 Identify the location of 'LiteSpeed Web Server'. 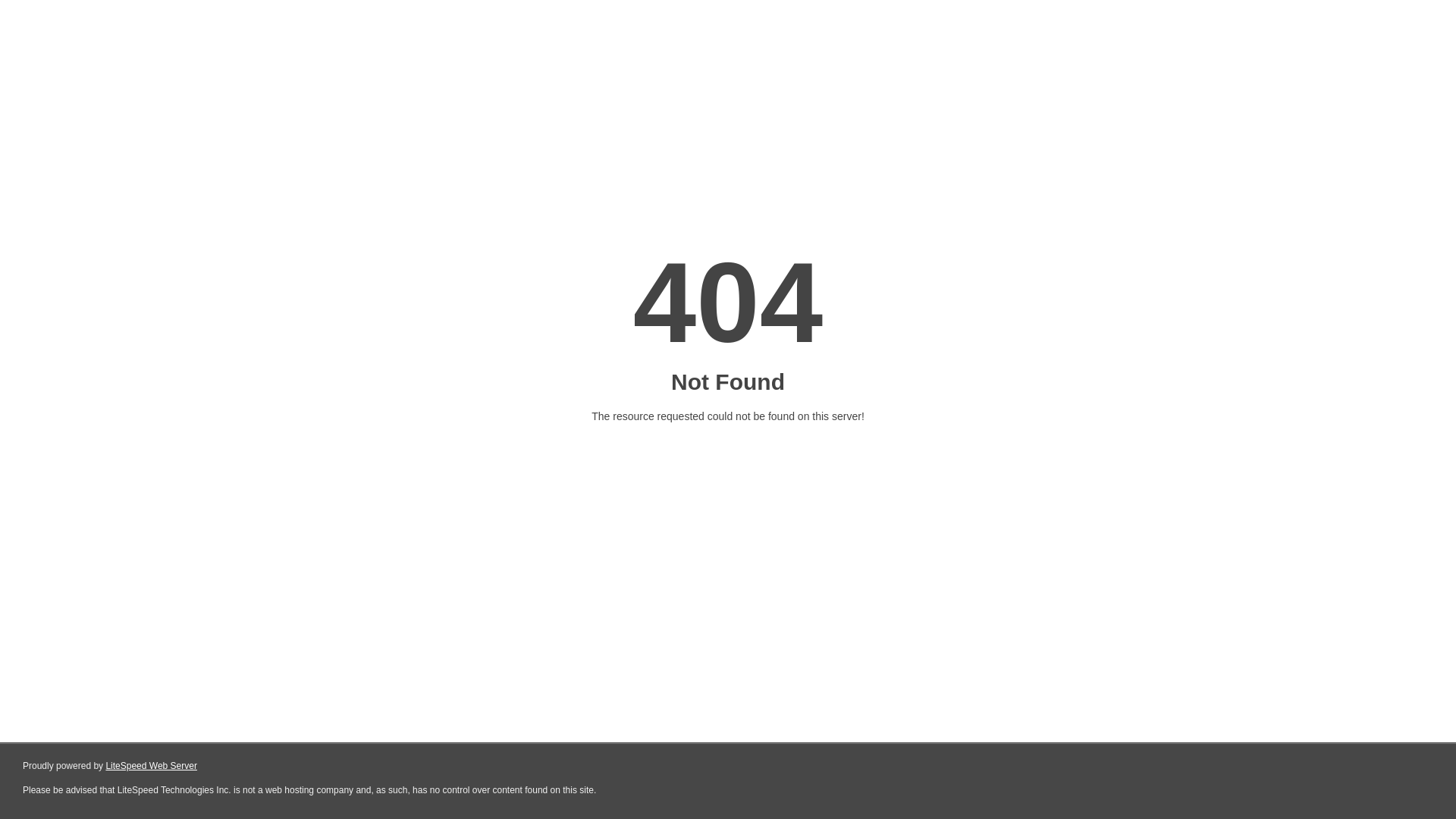
(151, 766).